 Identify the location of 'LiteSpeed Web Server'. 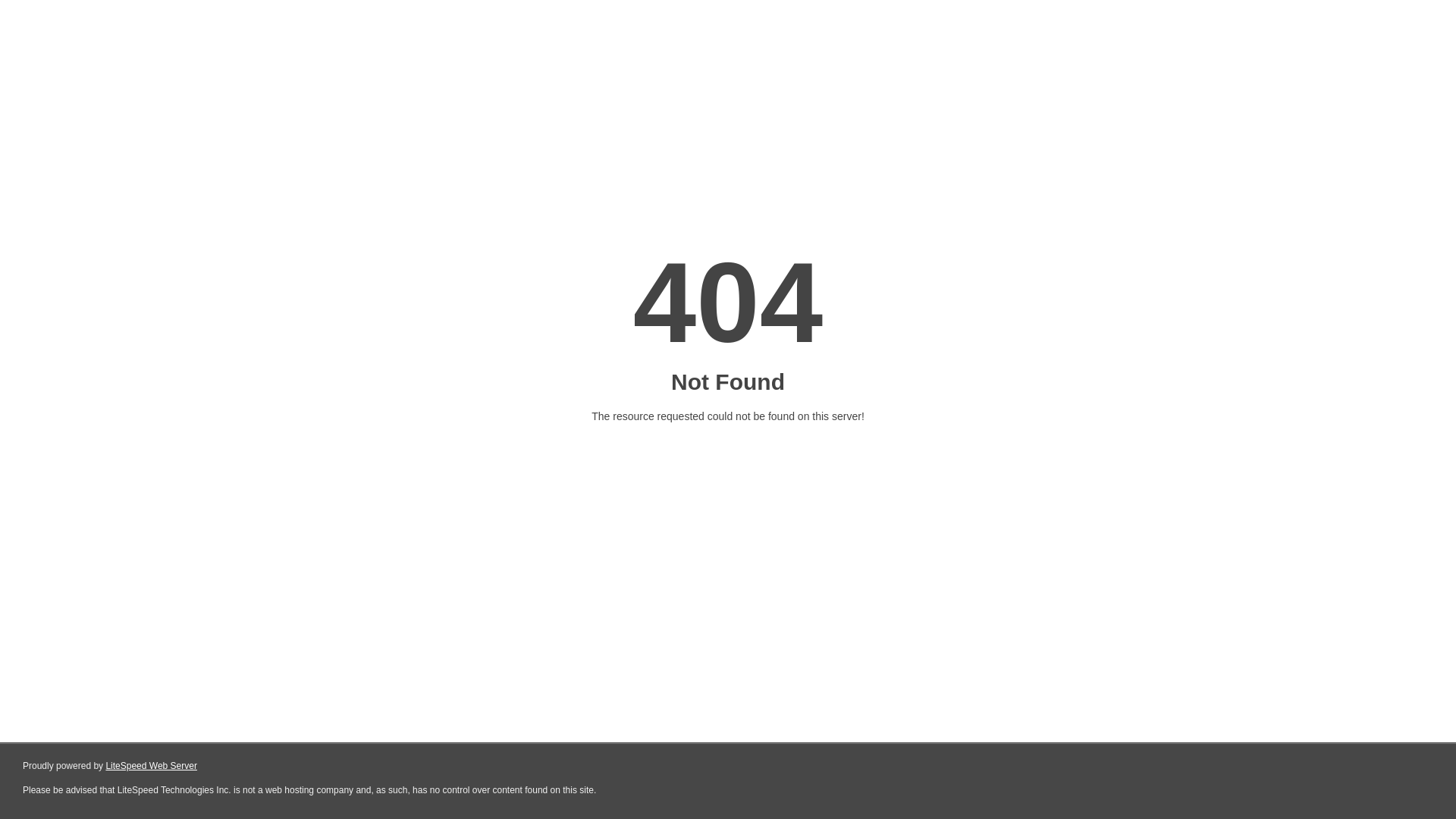
(151, 766).